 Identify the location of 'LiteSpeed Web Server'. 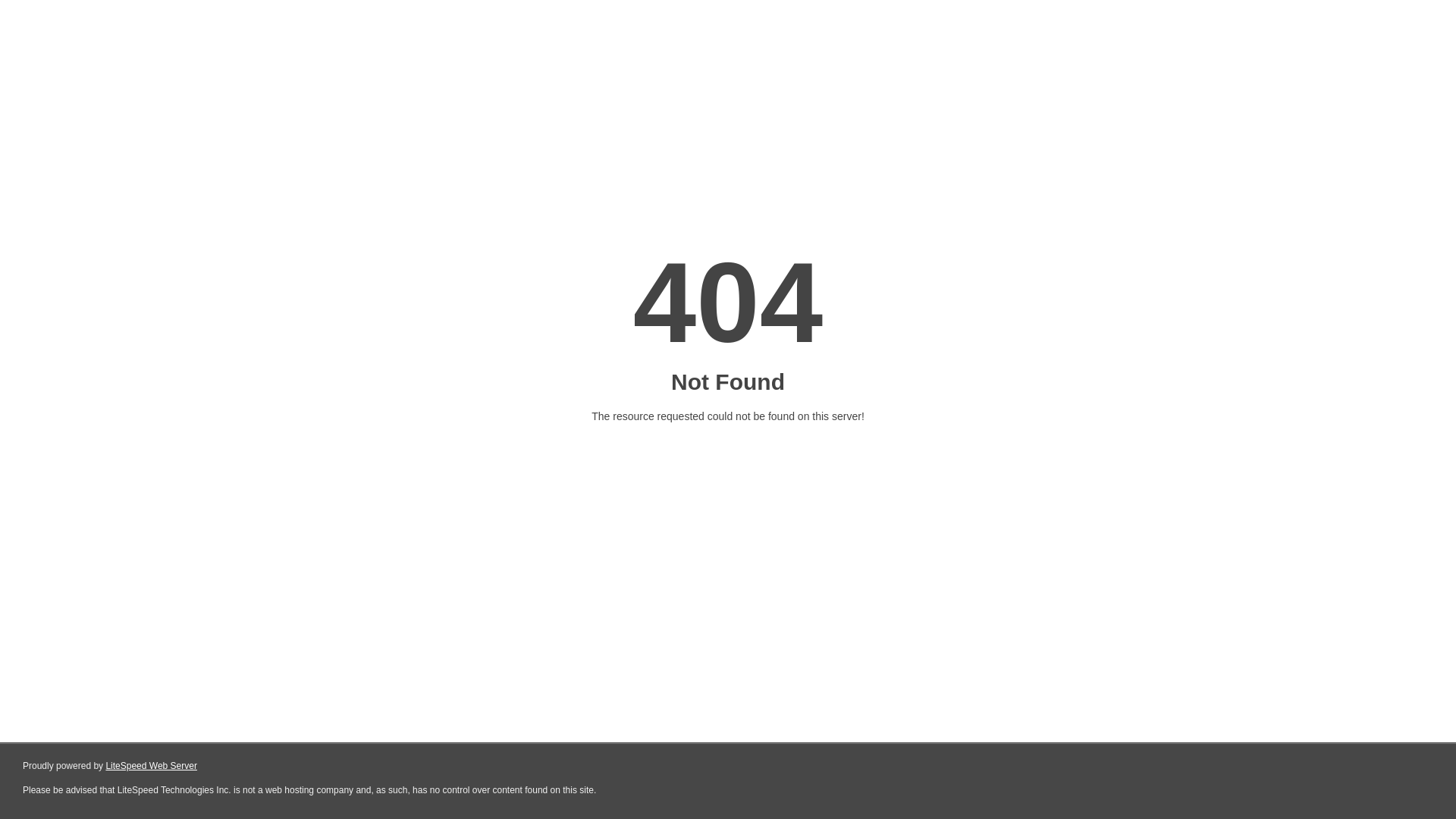
(151, 766).